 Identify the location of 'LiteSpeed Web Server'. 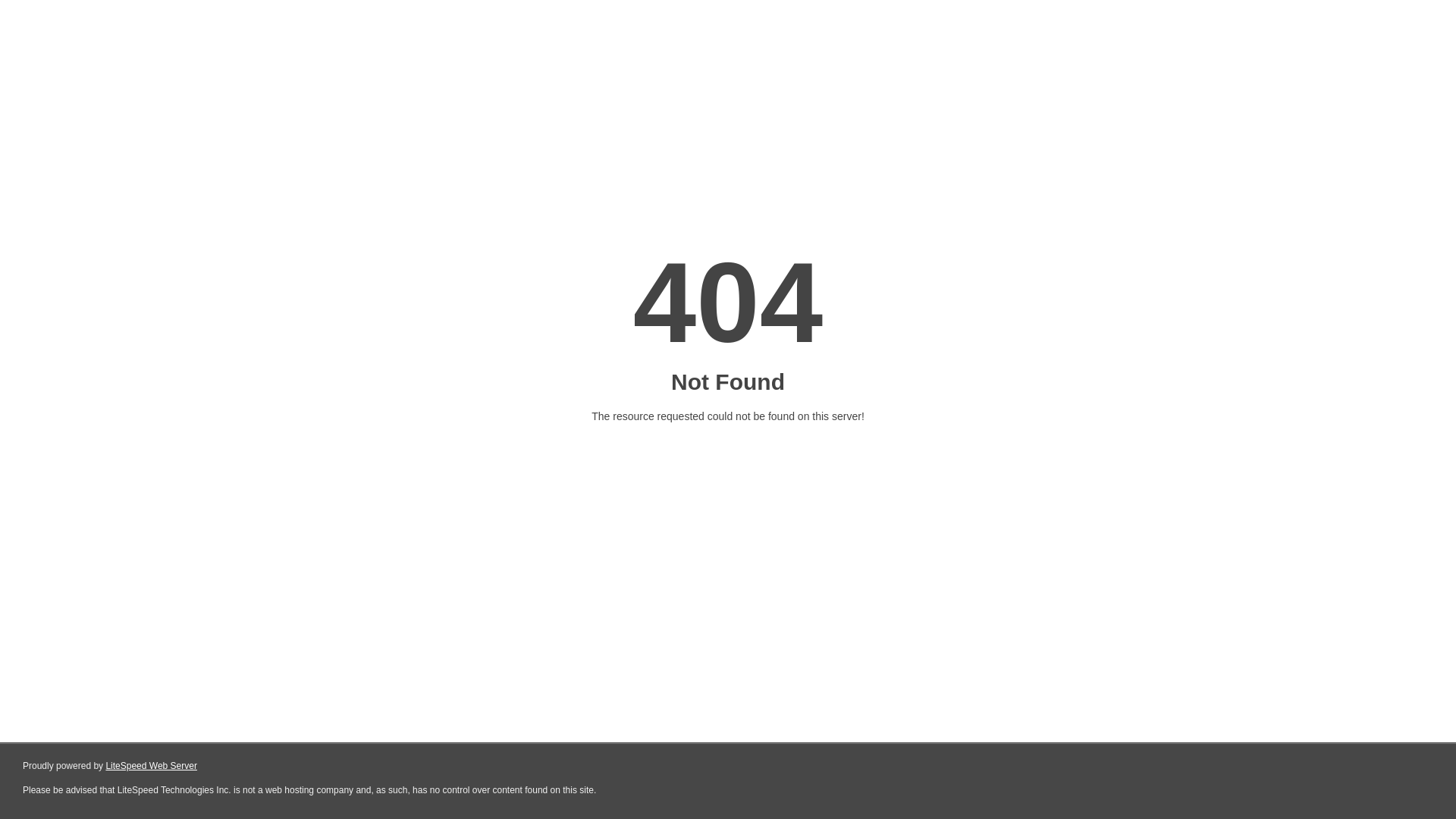
(151, 766).